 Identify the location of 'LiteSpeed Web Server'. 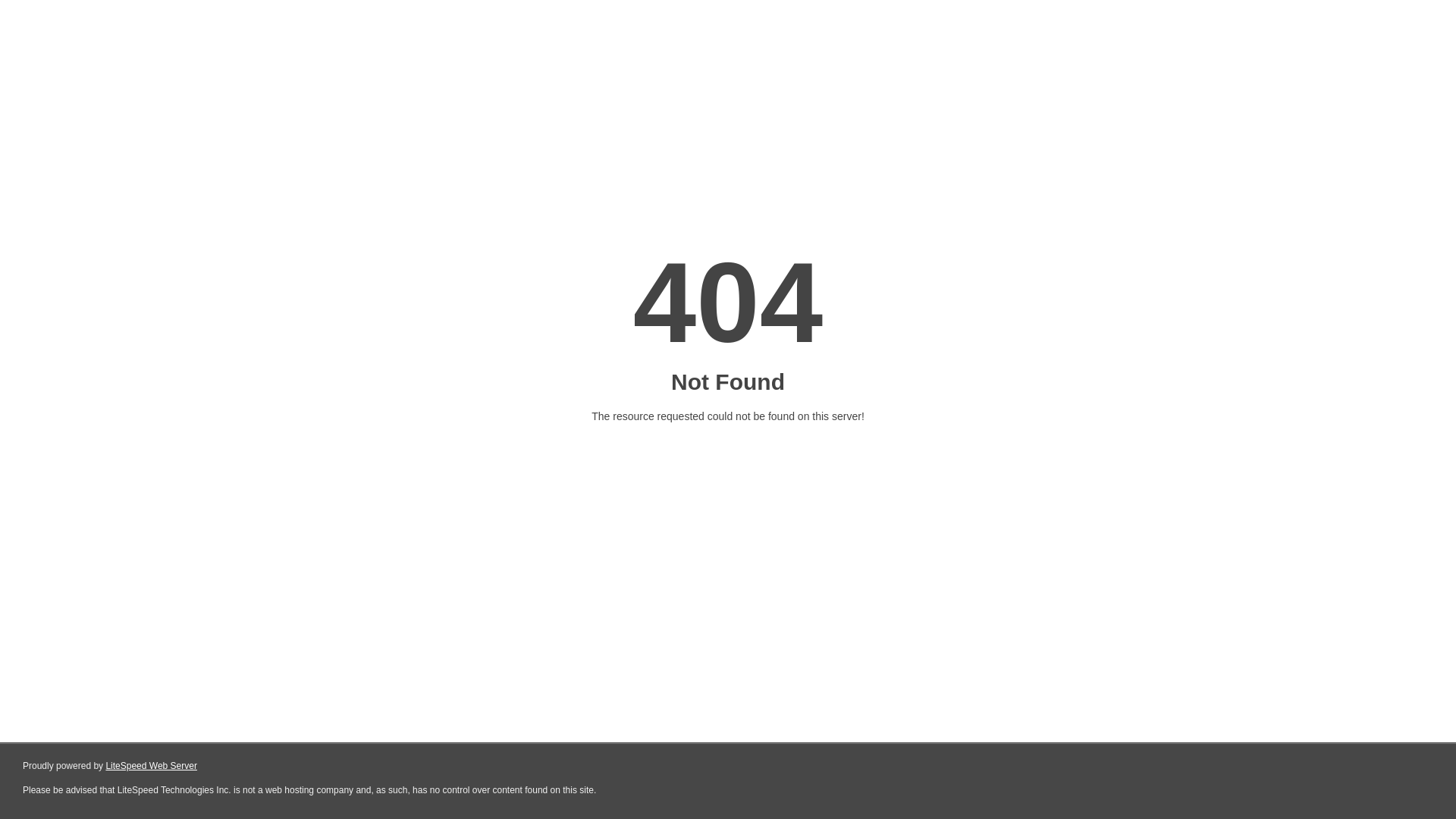
(151, 766).